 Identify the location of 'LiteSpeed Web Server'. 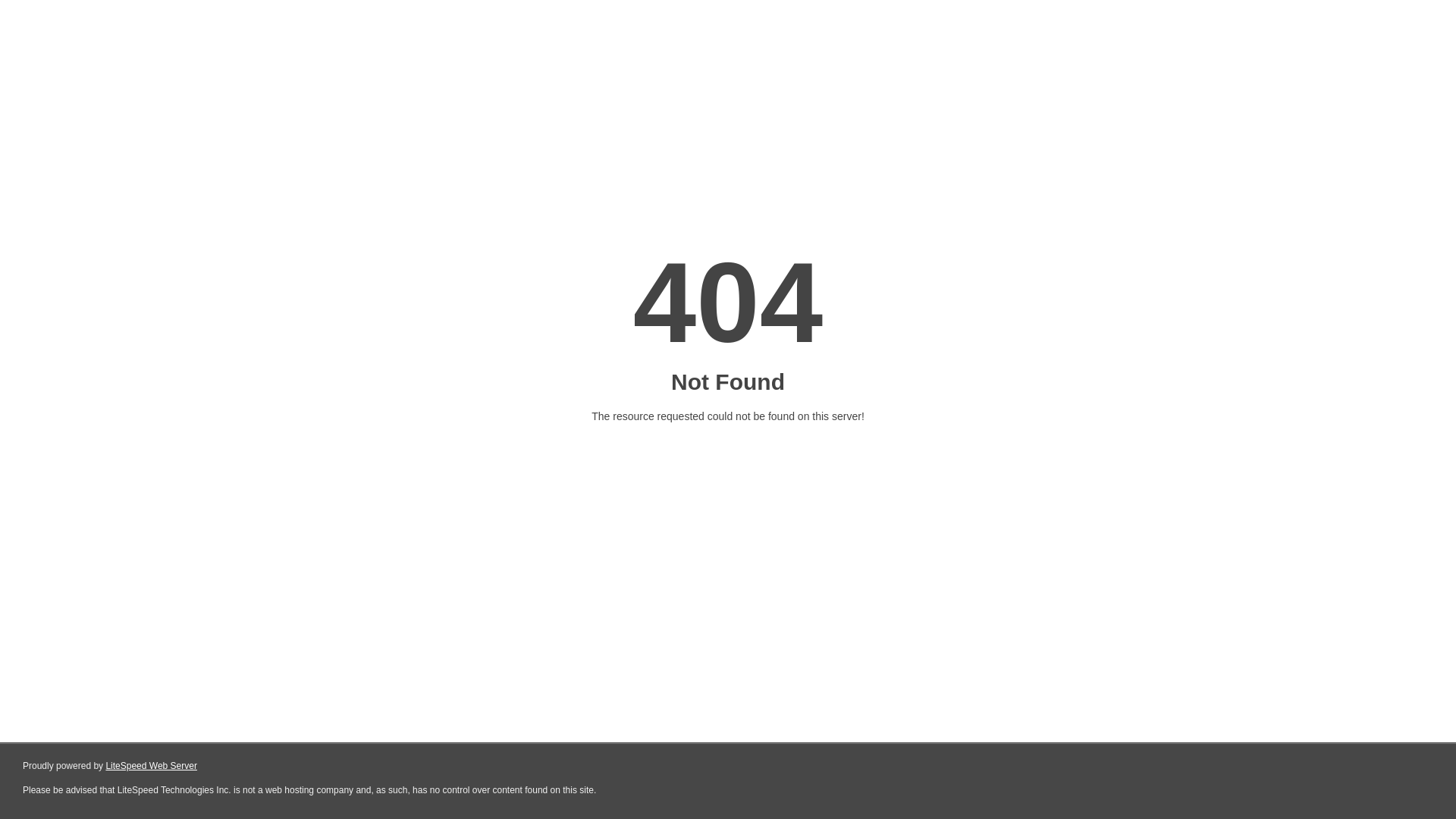
(151, 766).